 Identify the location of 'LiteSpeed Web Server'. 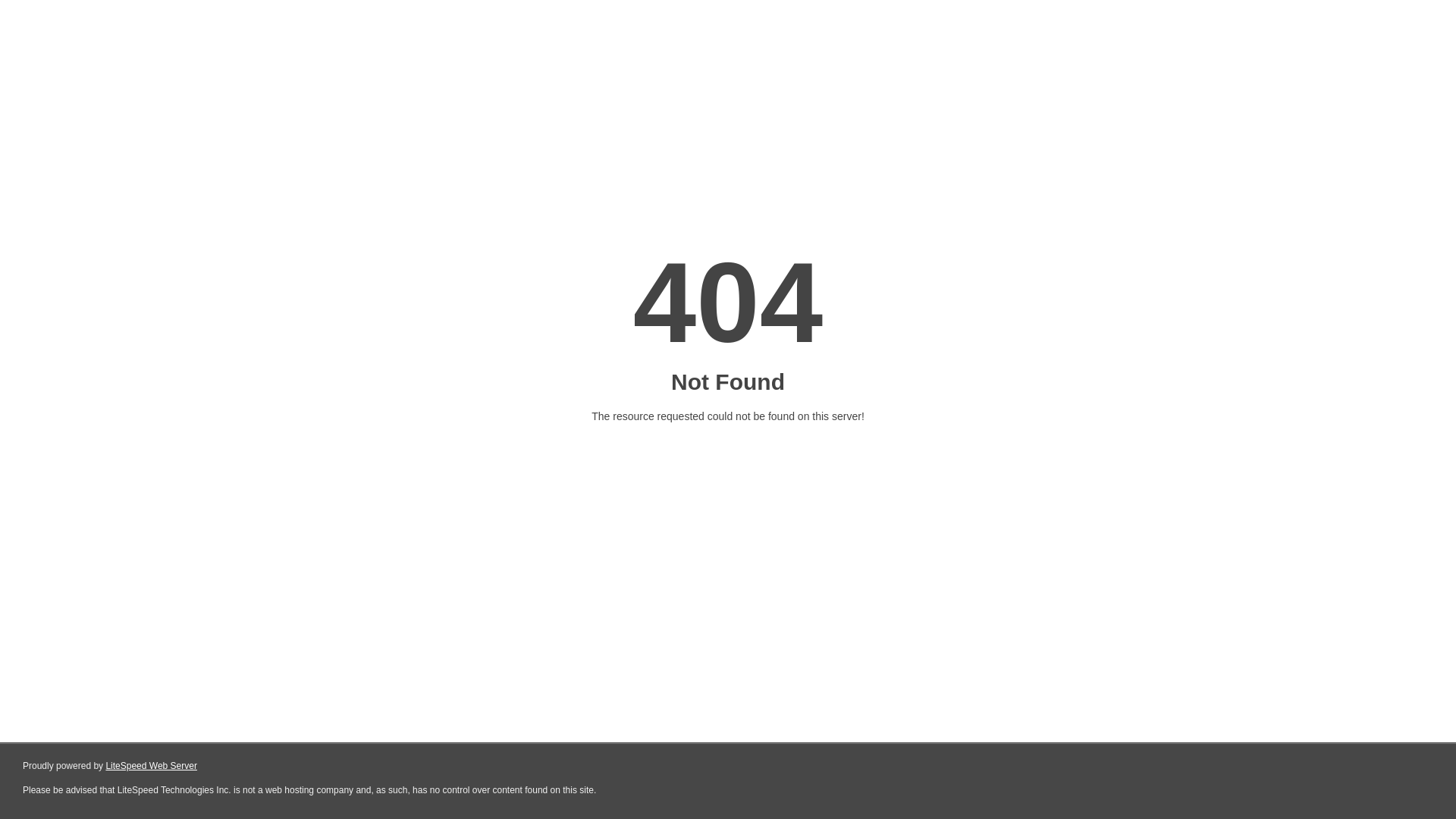
(151, 766).